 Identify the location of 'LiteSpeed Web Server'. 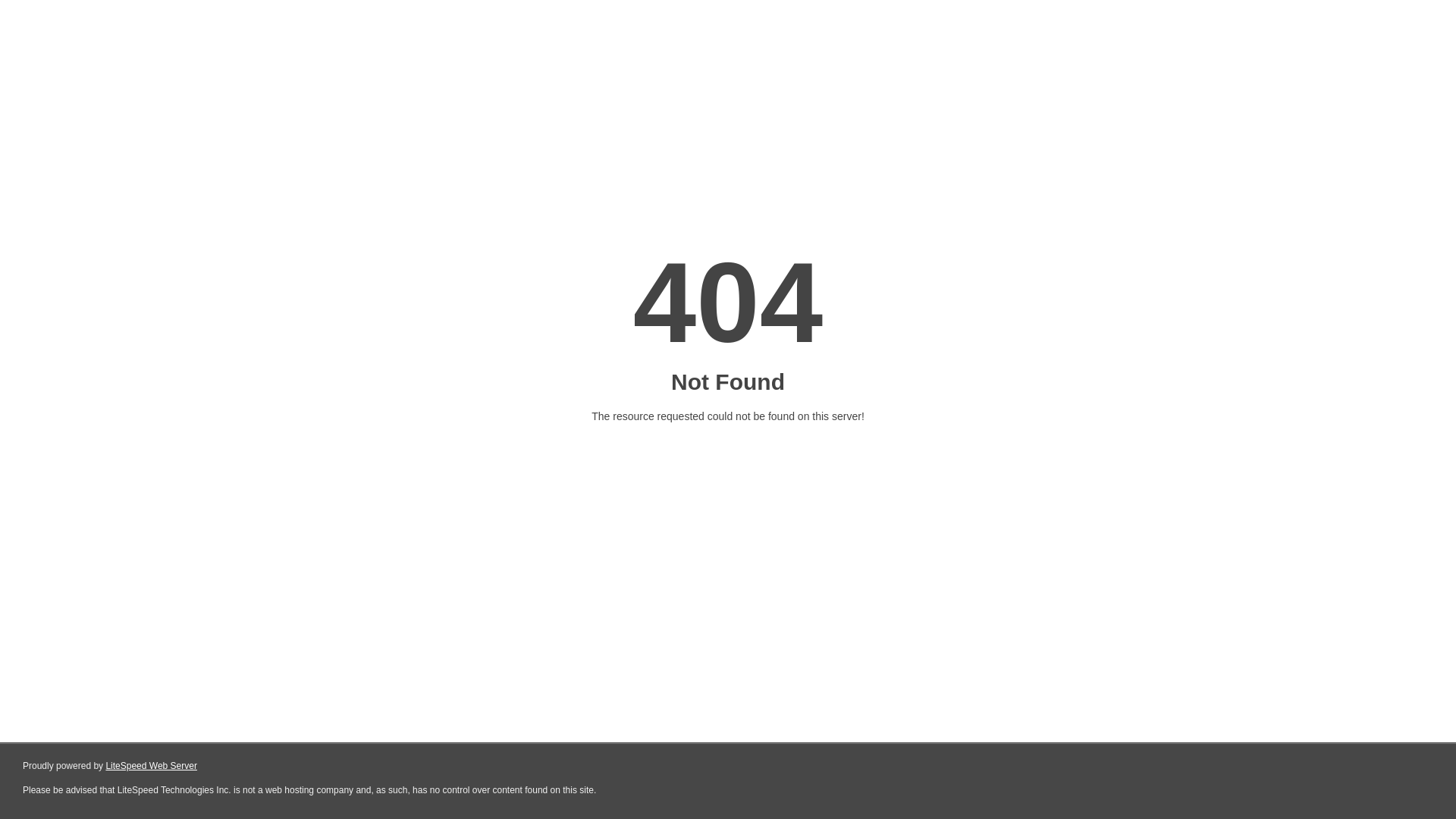
(151, 766).